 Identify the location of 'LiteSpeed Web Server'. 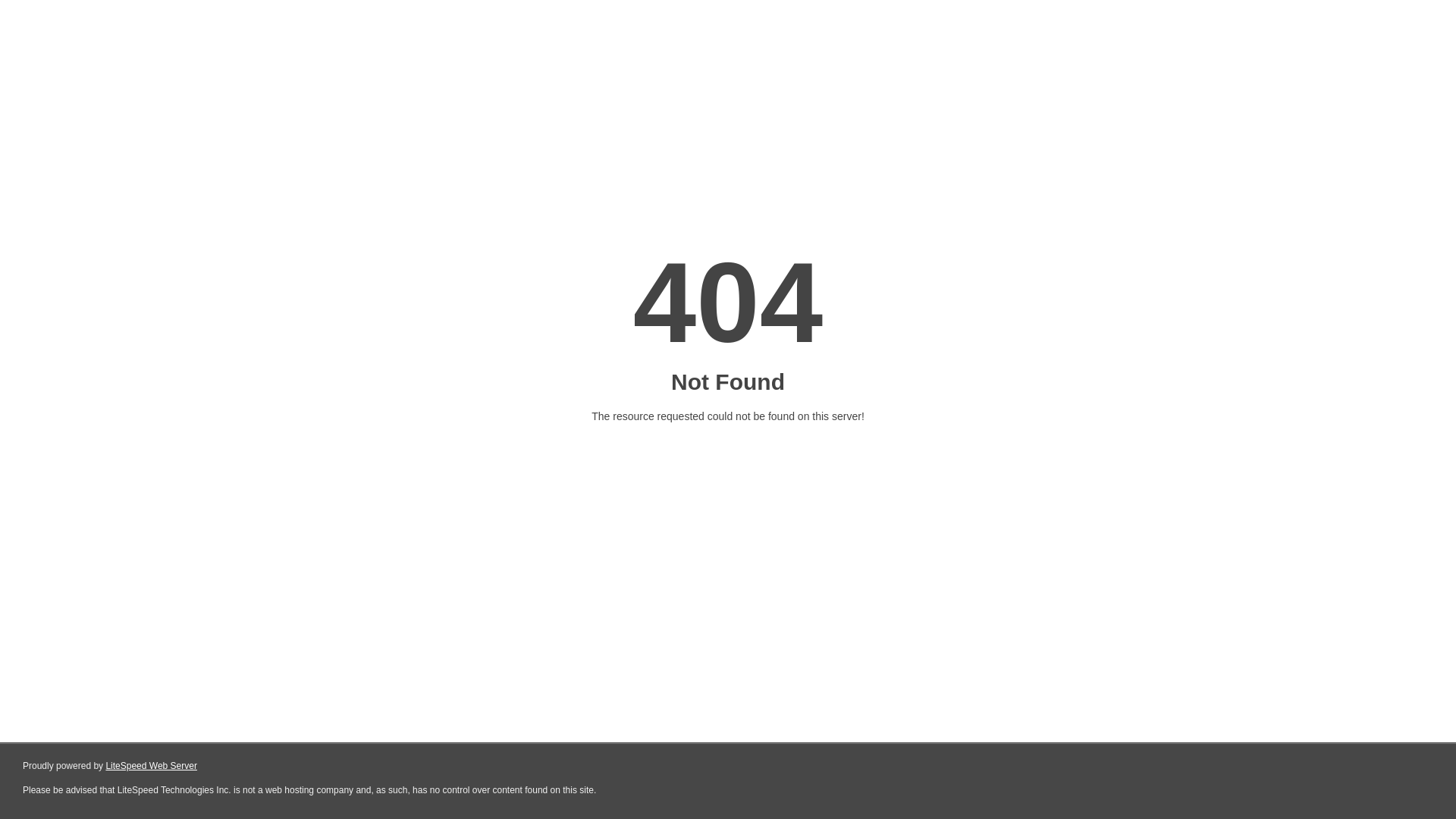
(151, 766).